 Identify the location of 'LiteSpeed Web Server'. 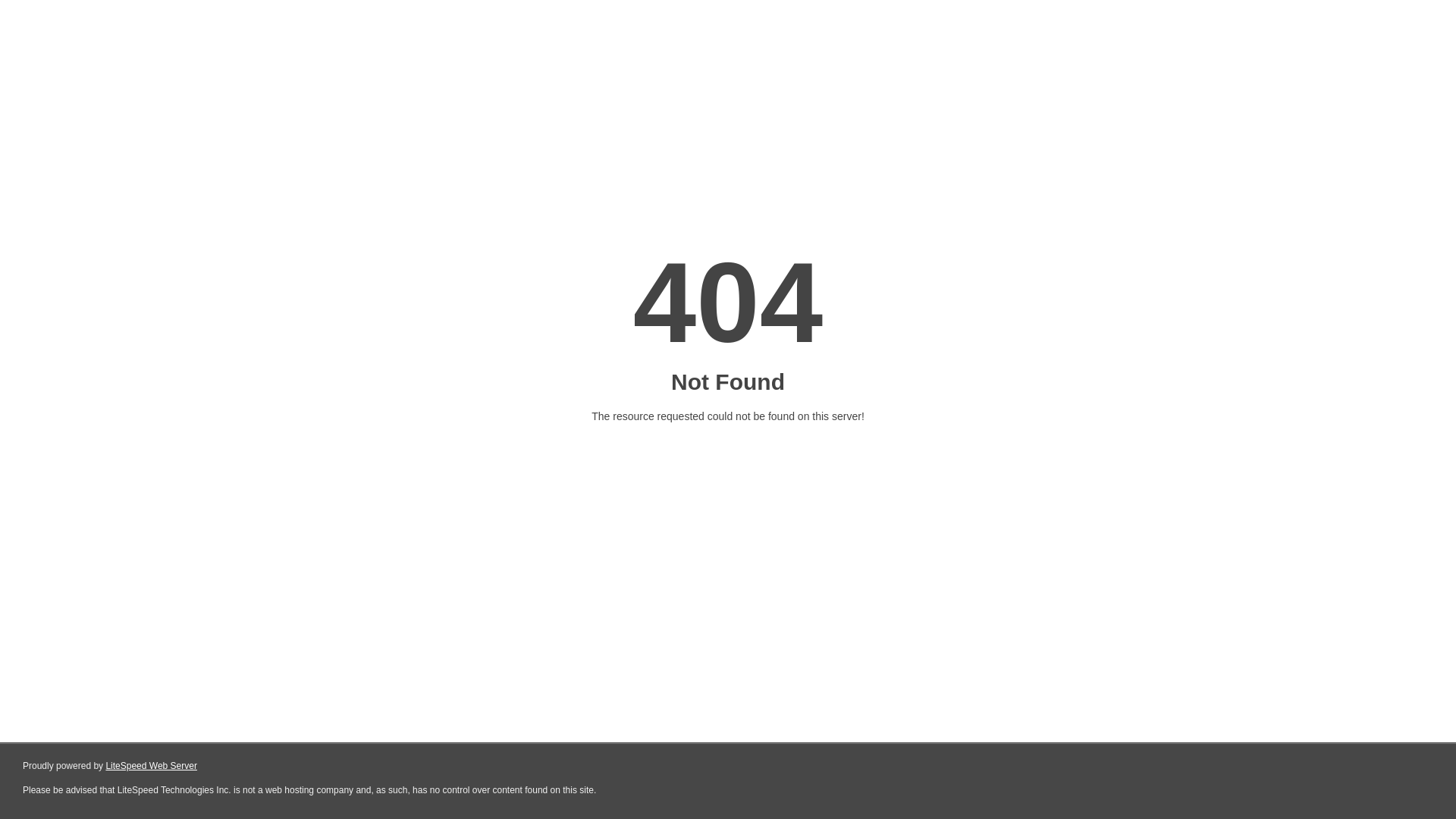
(151, 766).